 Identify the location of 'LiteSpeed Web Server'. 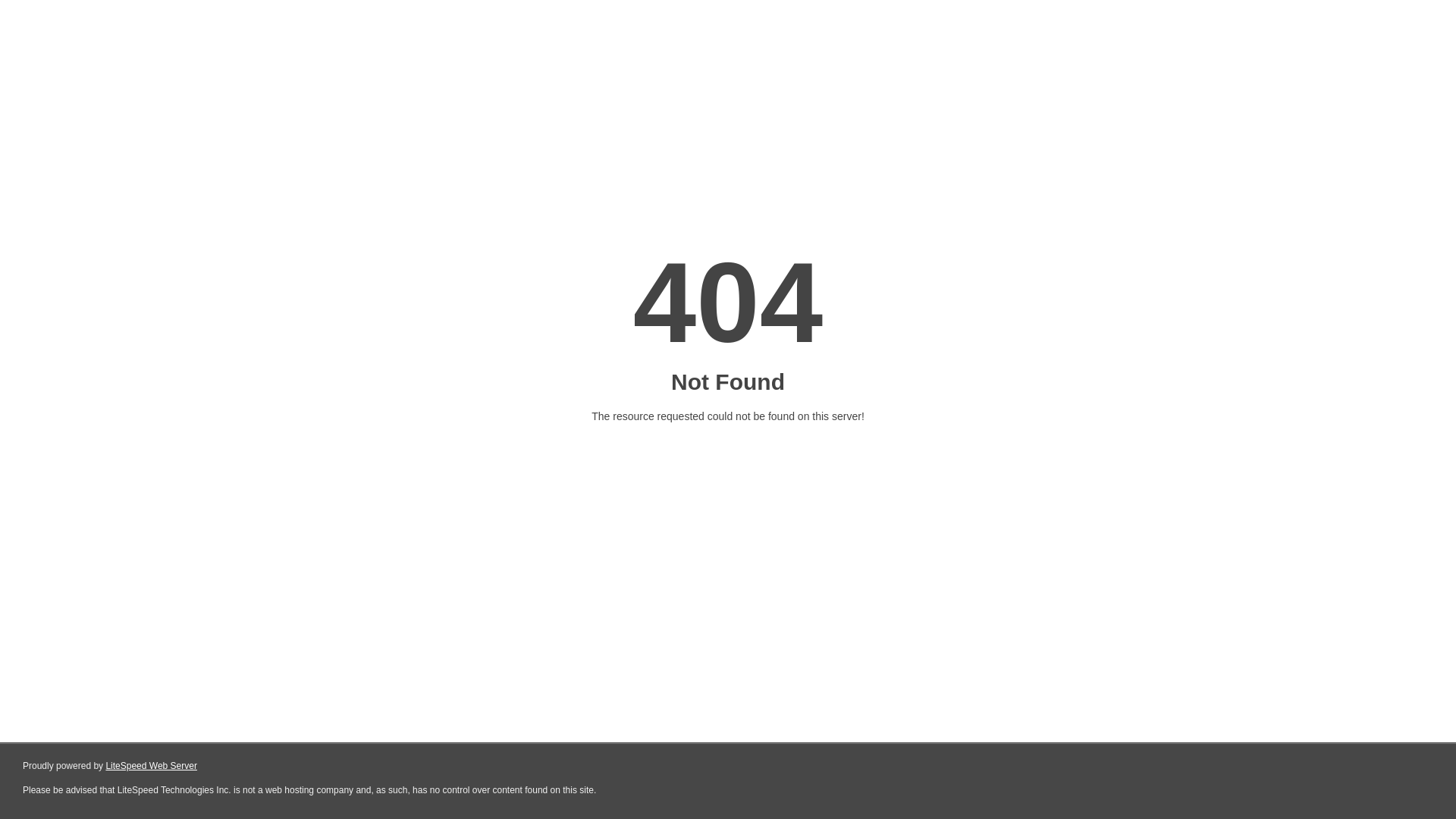
(151, 766).